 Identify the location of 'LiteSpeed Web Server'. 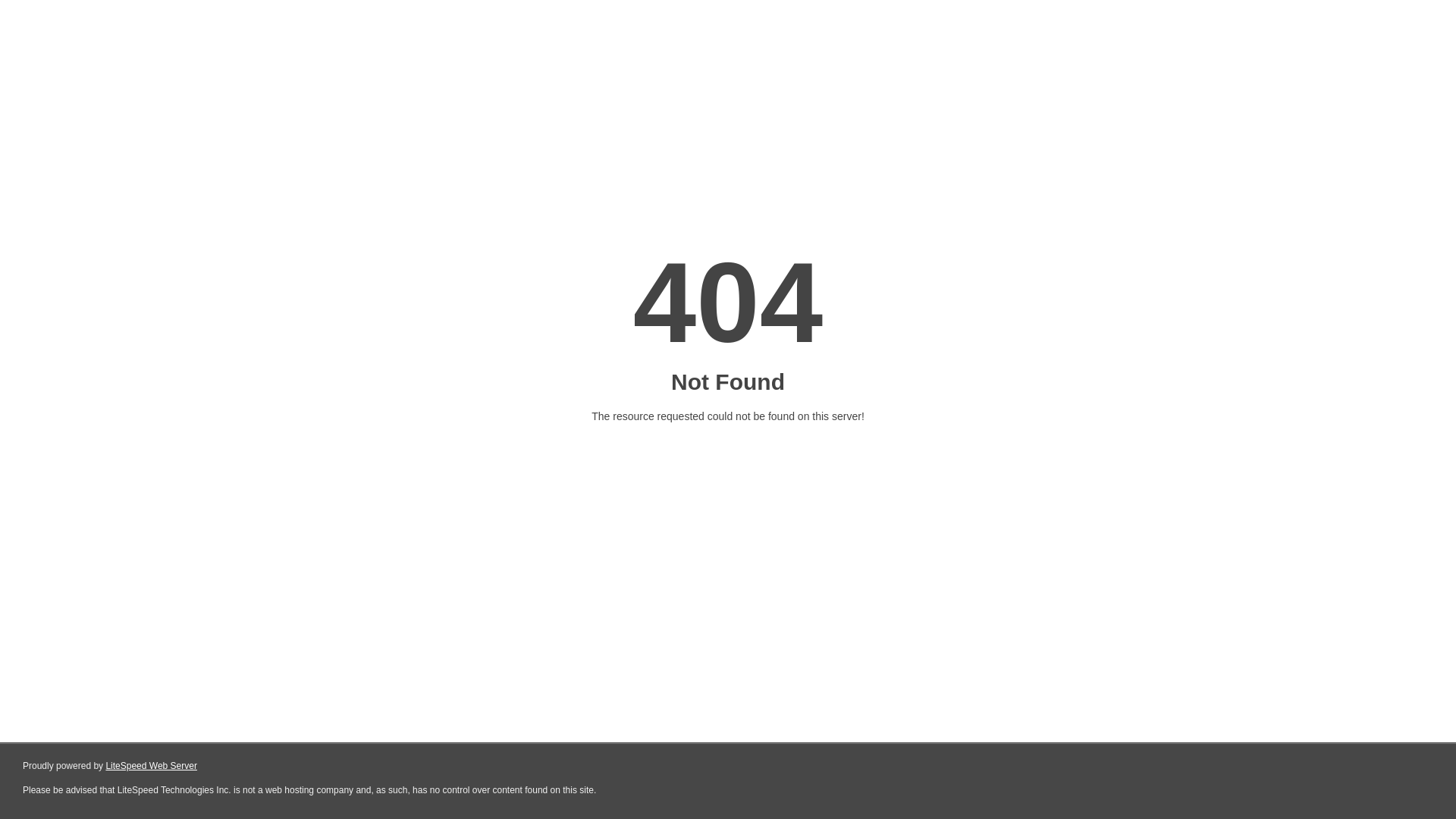
(151, 766).